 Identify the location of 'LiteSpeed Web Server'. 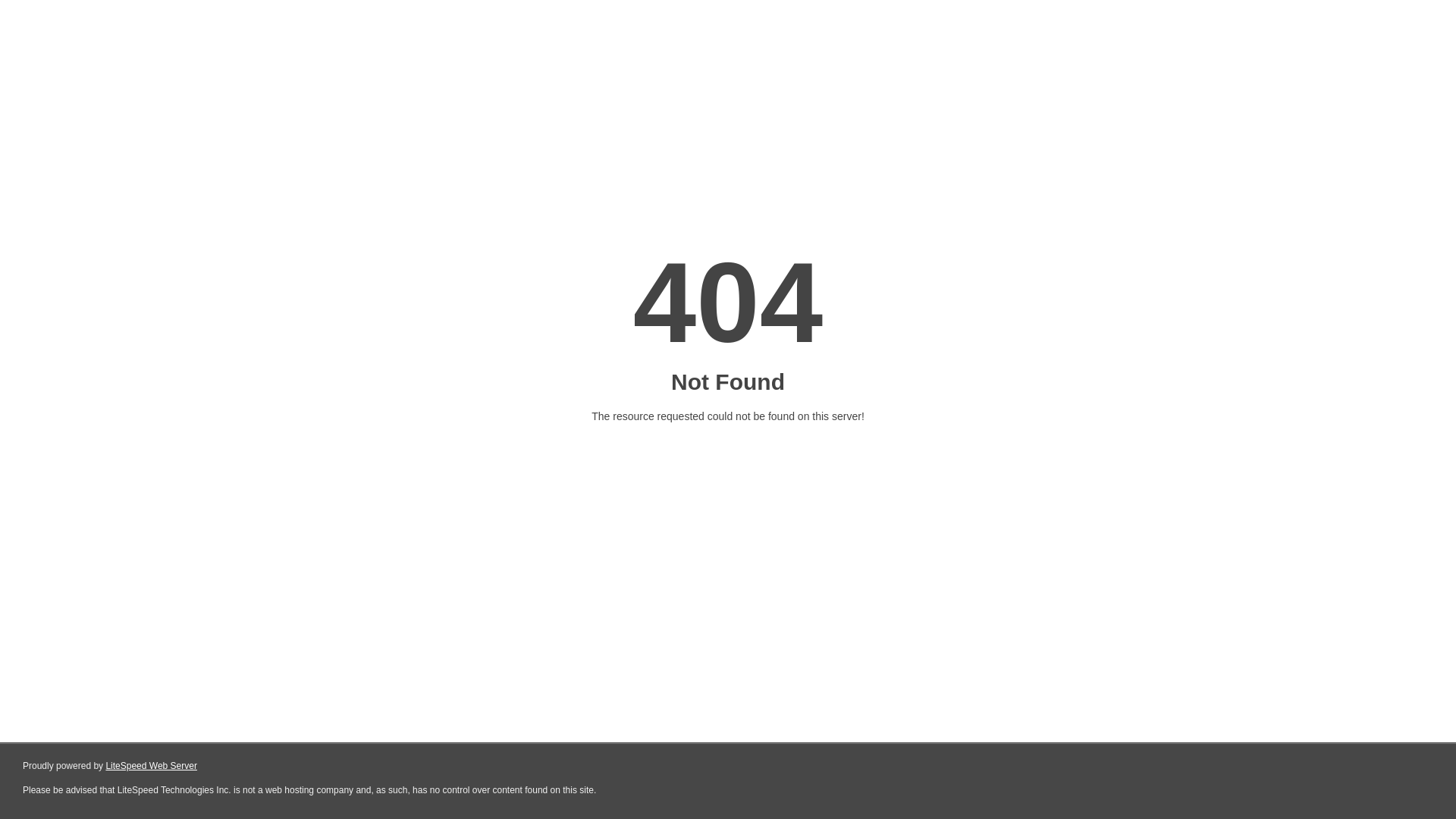
(151, 766).